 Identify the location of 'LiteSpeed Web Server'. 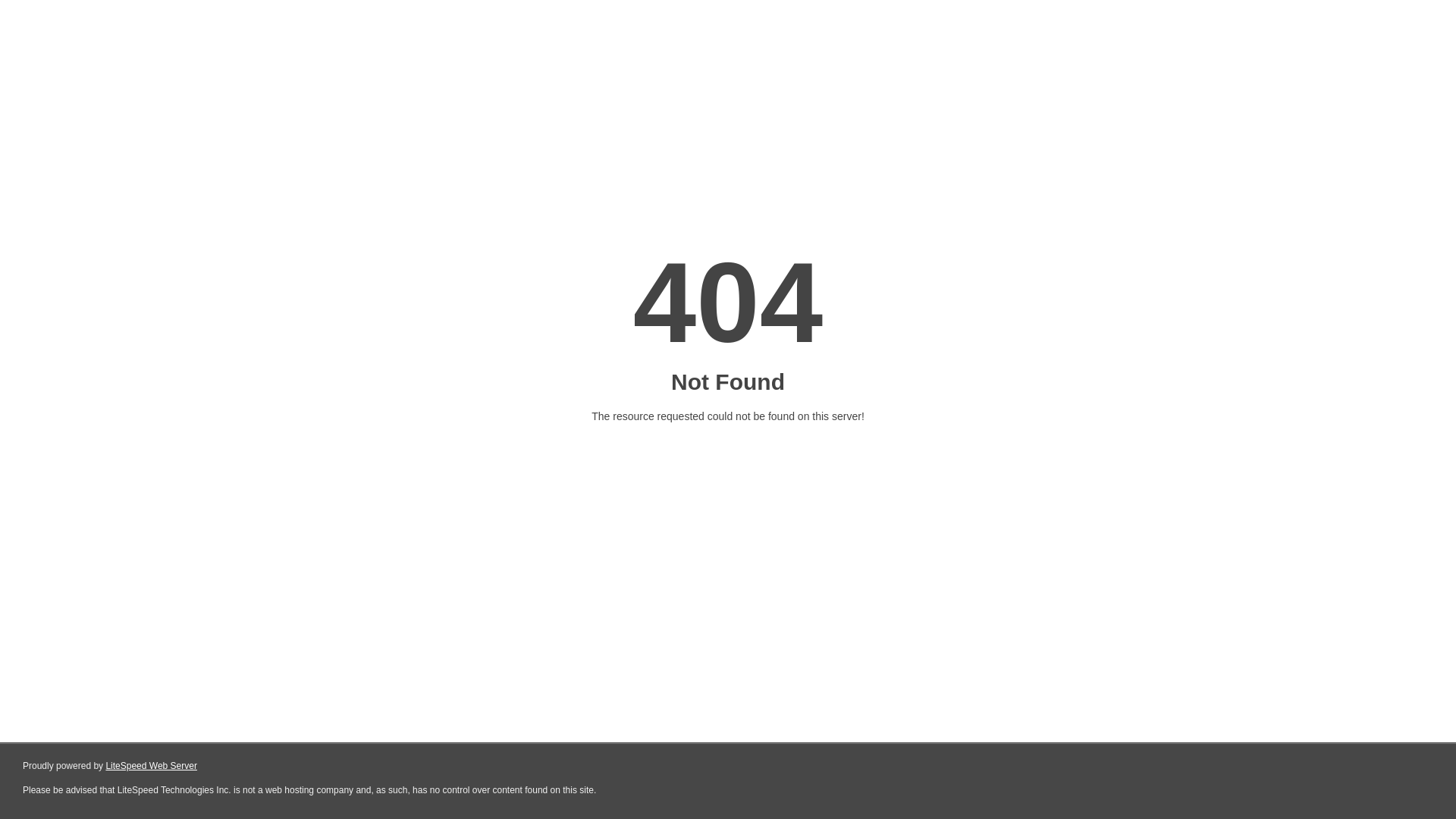
(151, 766).